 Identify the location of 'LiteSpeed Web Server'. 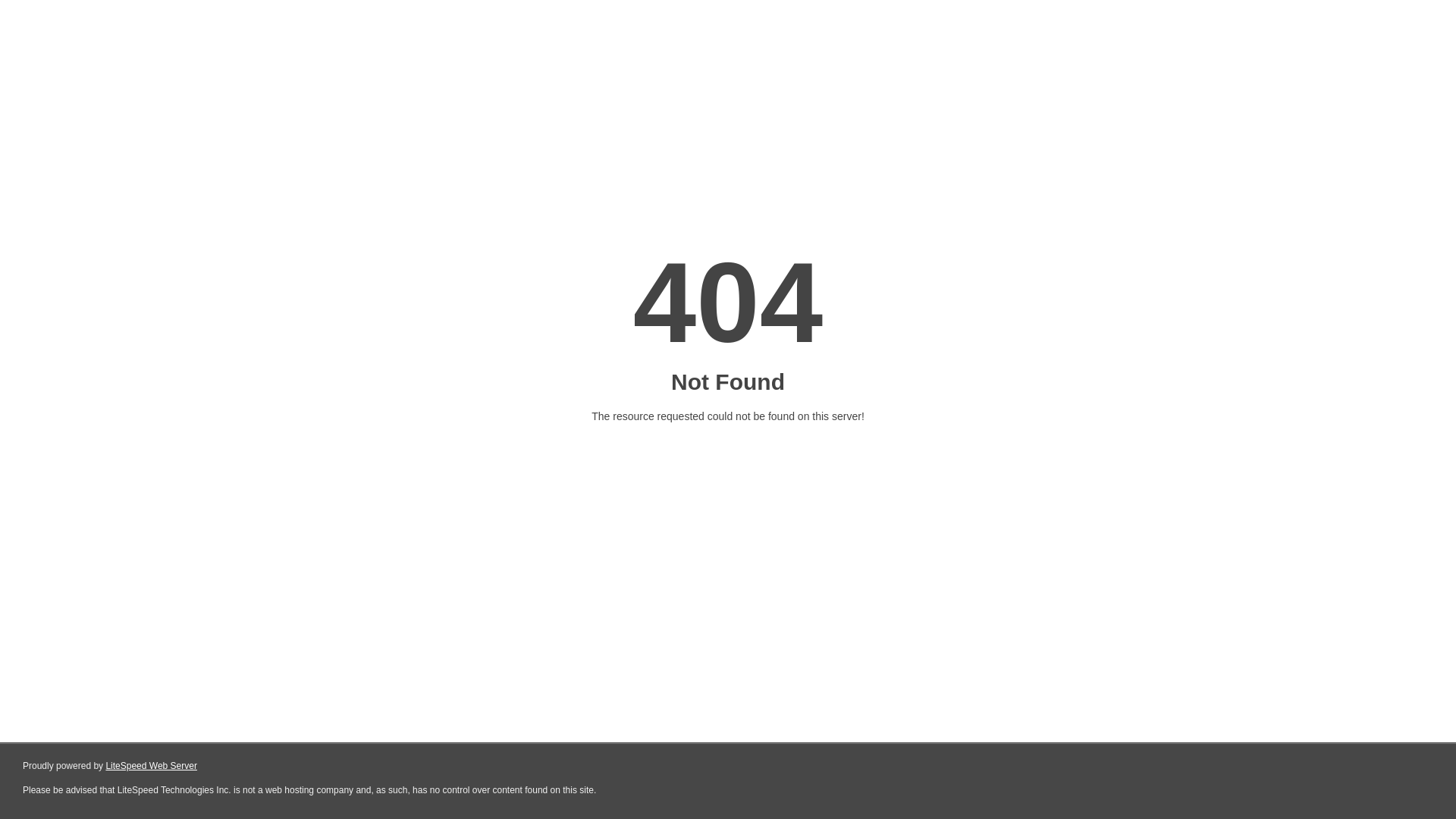
(151, 766).